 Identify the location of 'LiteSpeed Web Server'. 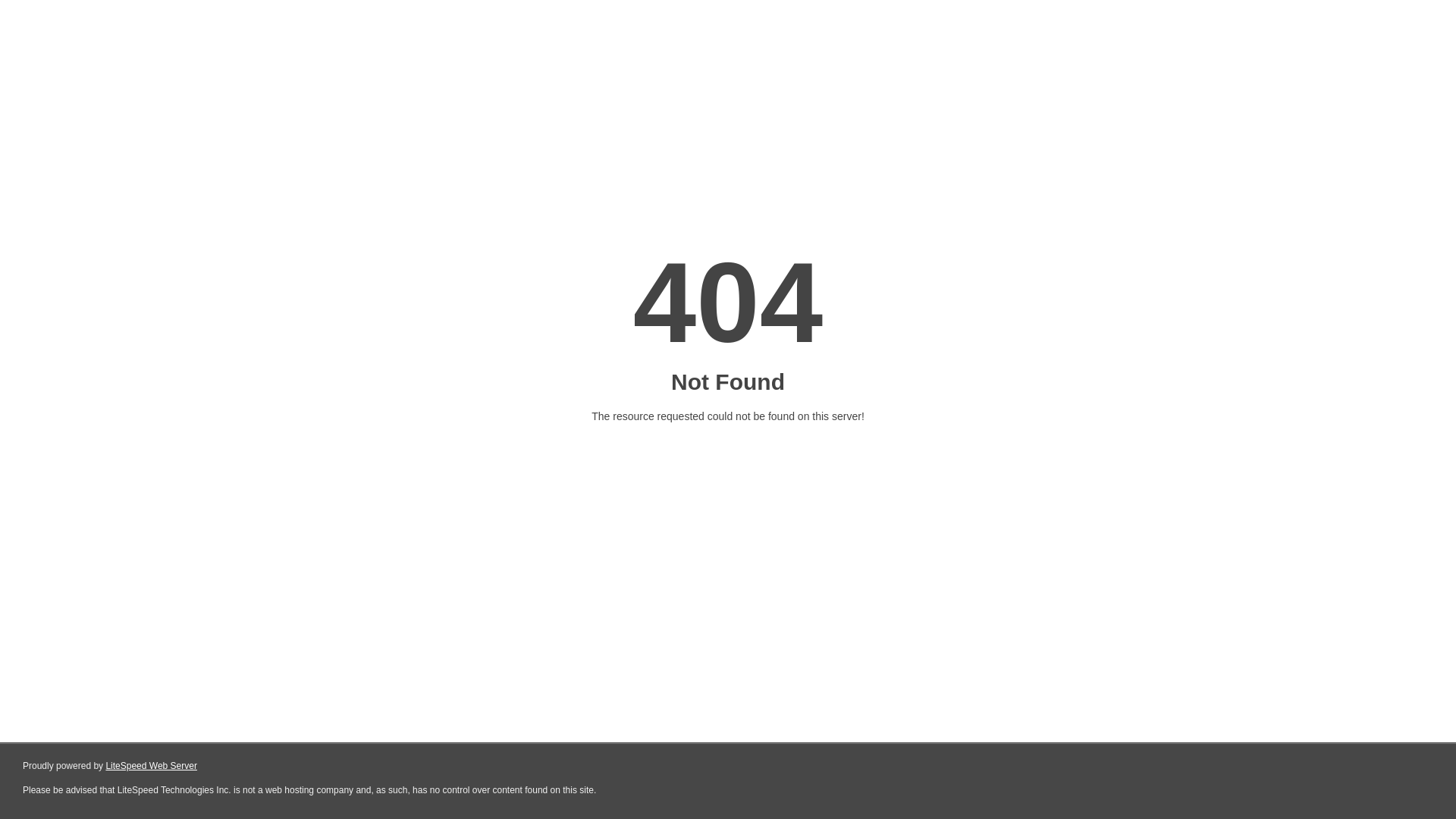
(151, 766).